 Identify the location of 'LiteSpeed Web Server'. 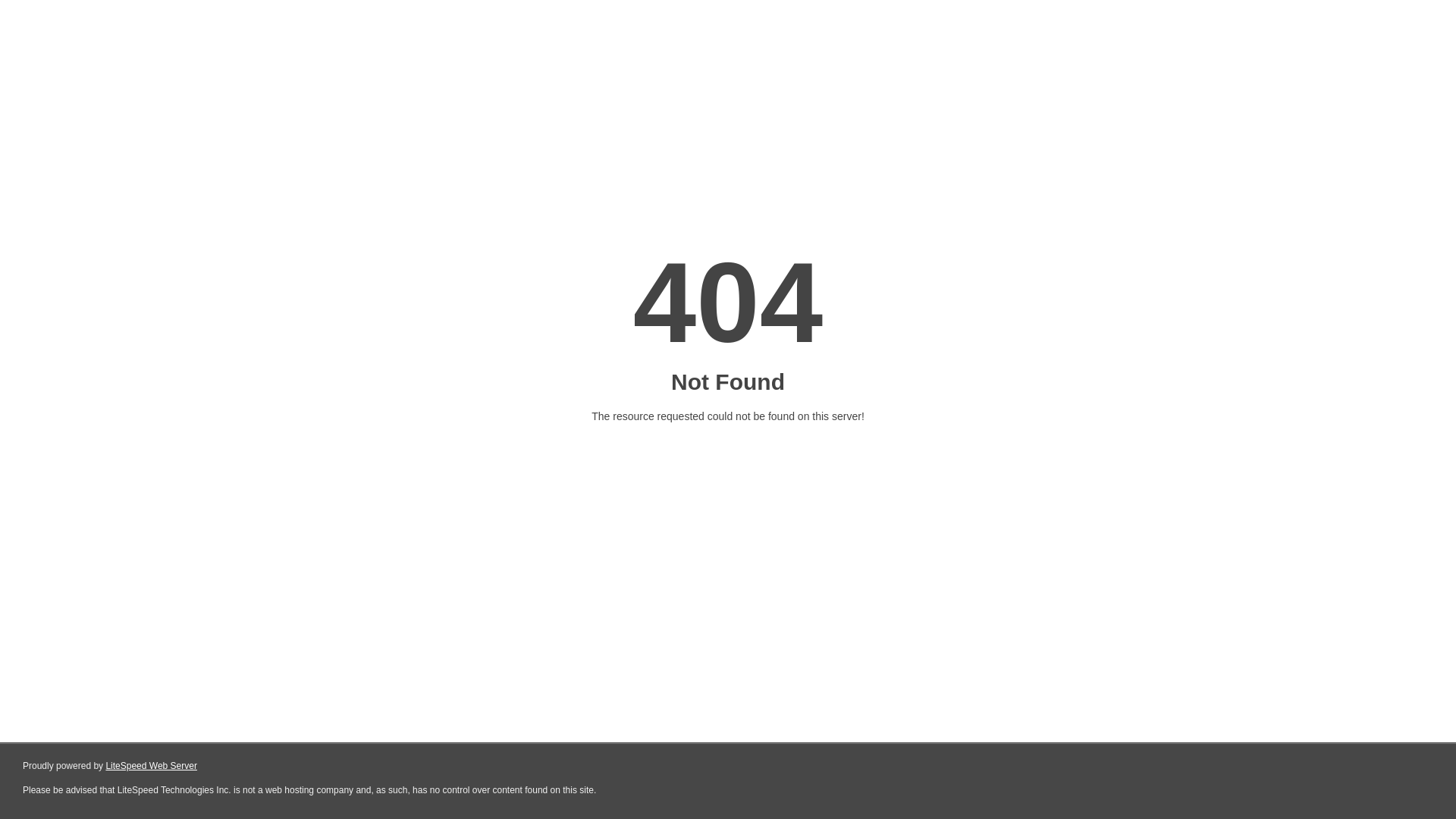
(151, 766).